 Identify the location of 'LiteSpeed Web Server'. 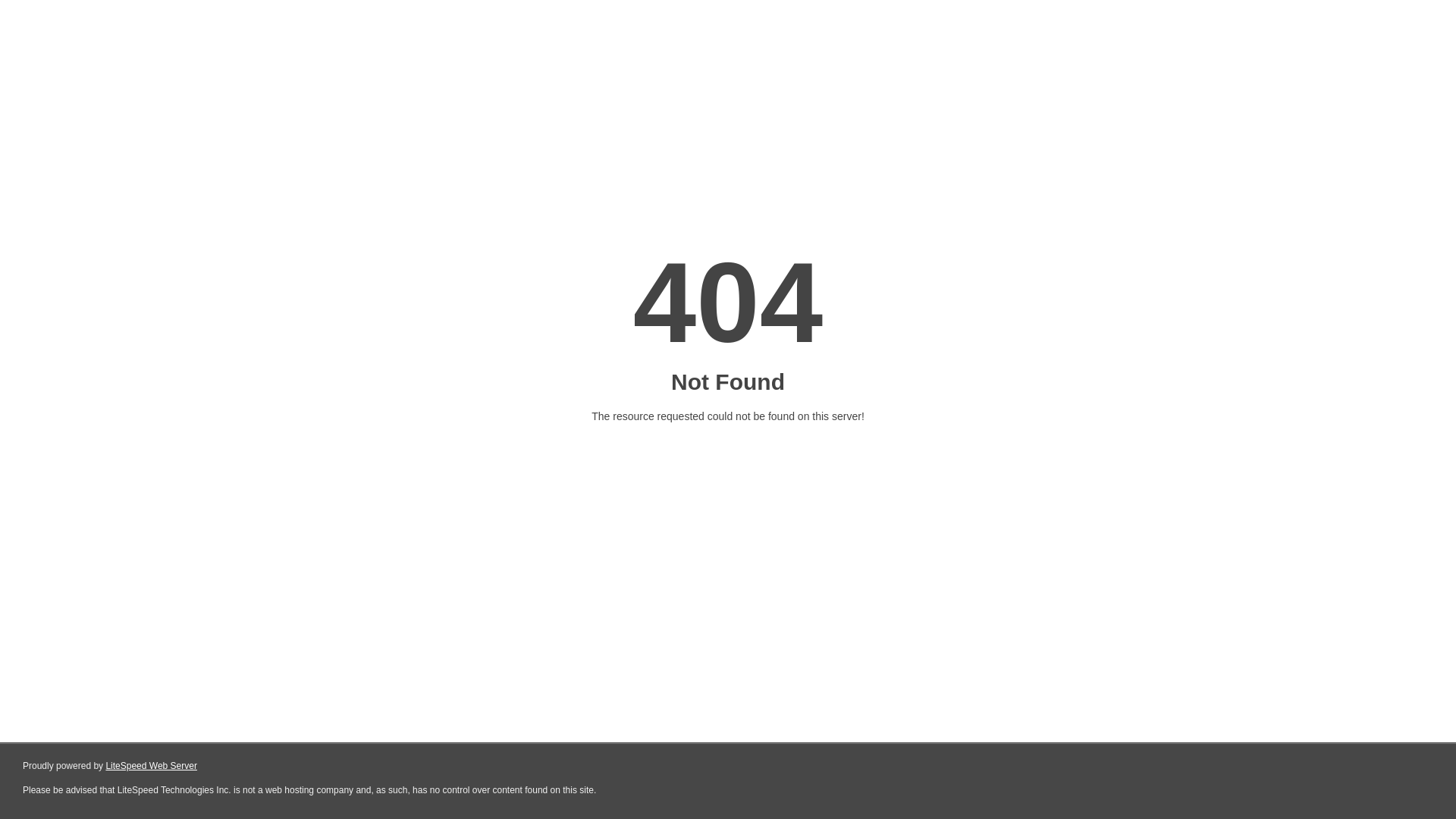
(151, 766).